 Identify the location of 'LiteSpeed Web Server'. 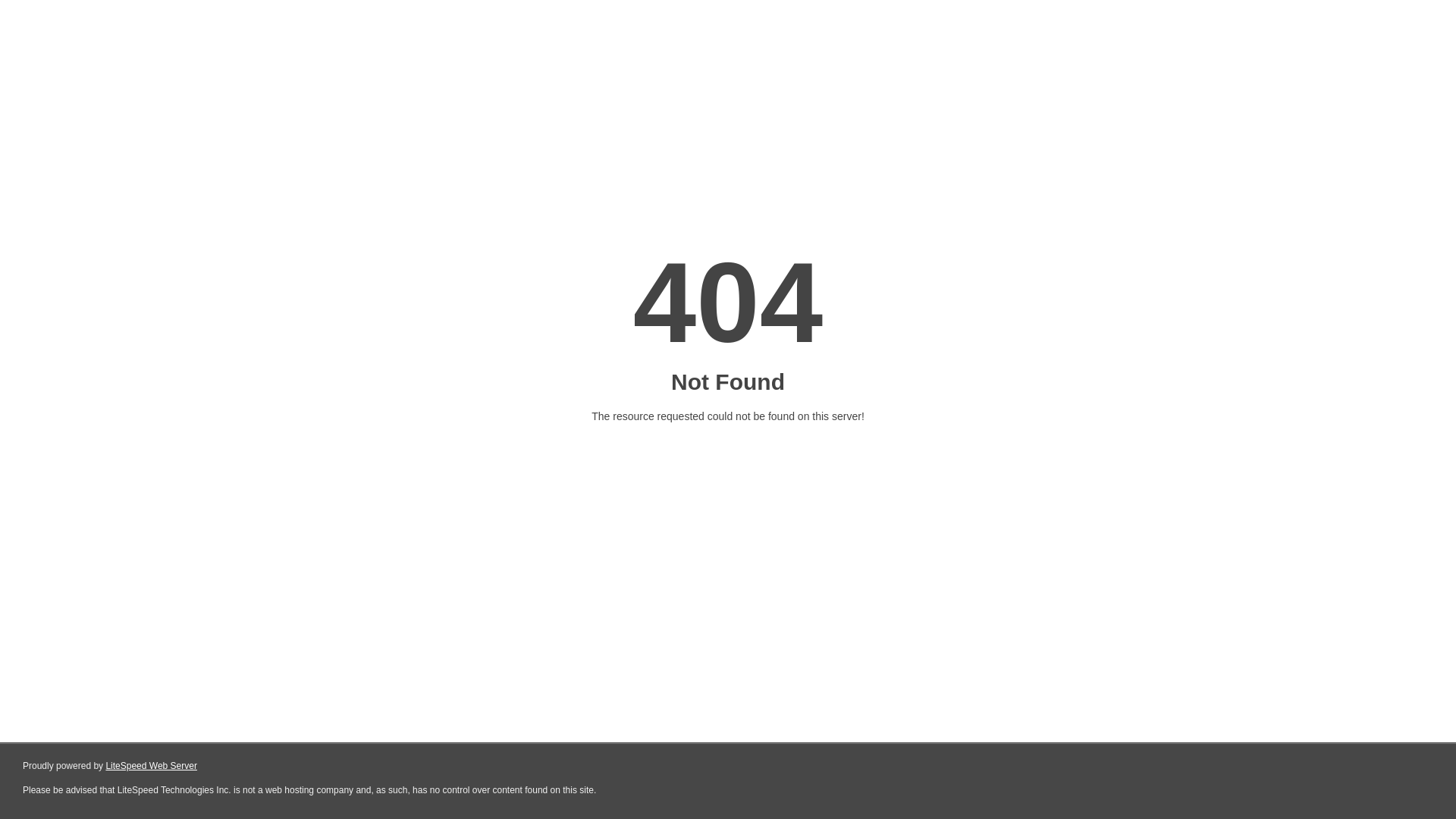
(151, 766).